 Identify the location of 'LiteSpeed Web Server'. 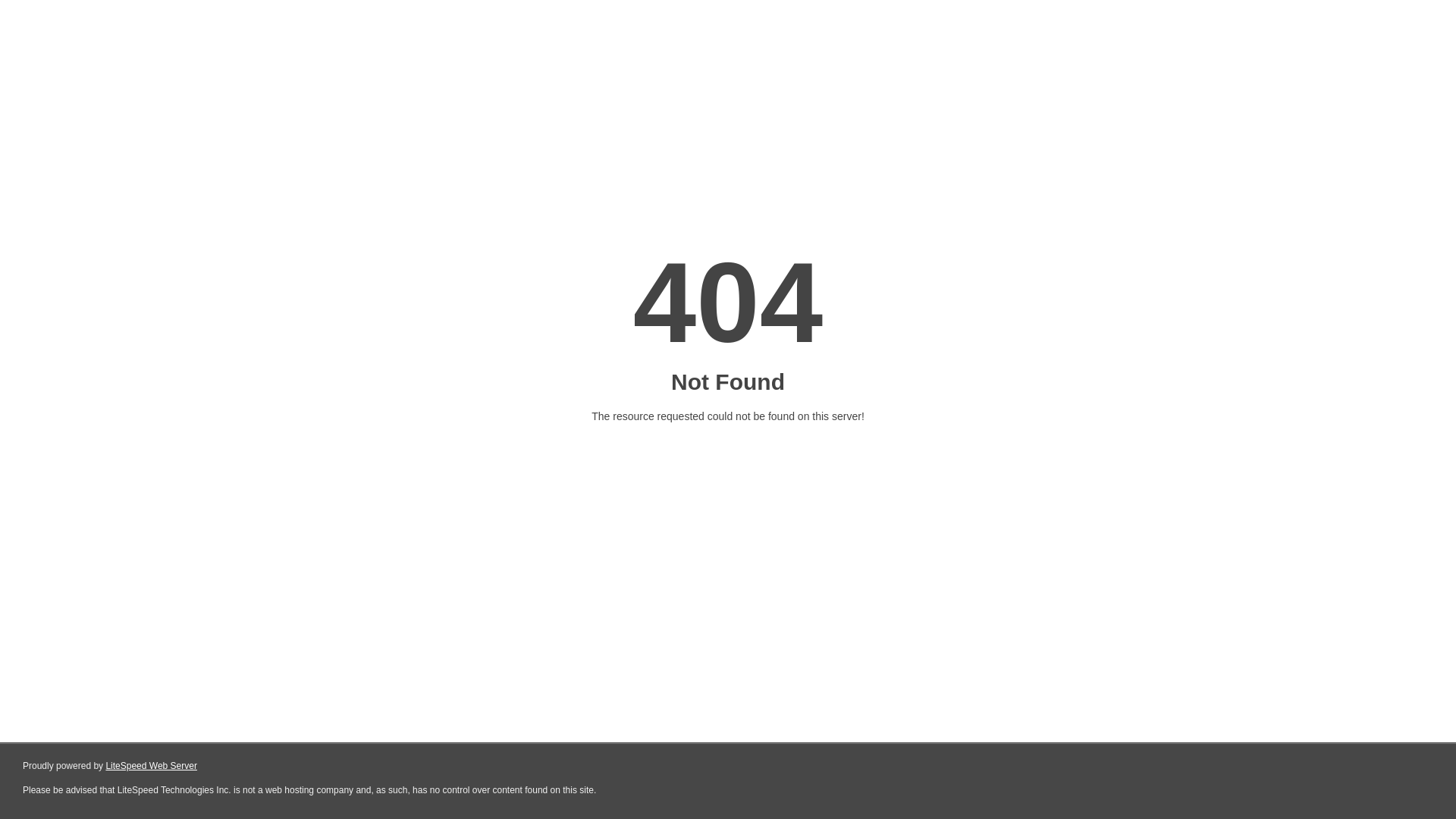
(151, 766).